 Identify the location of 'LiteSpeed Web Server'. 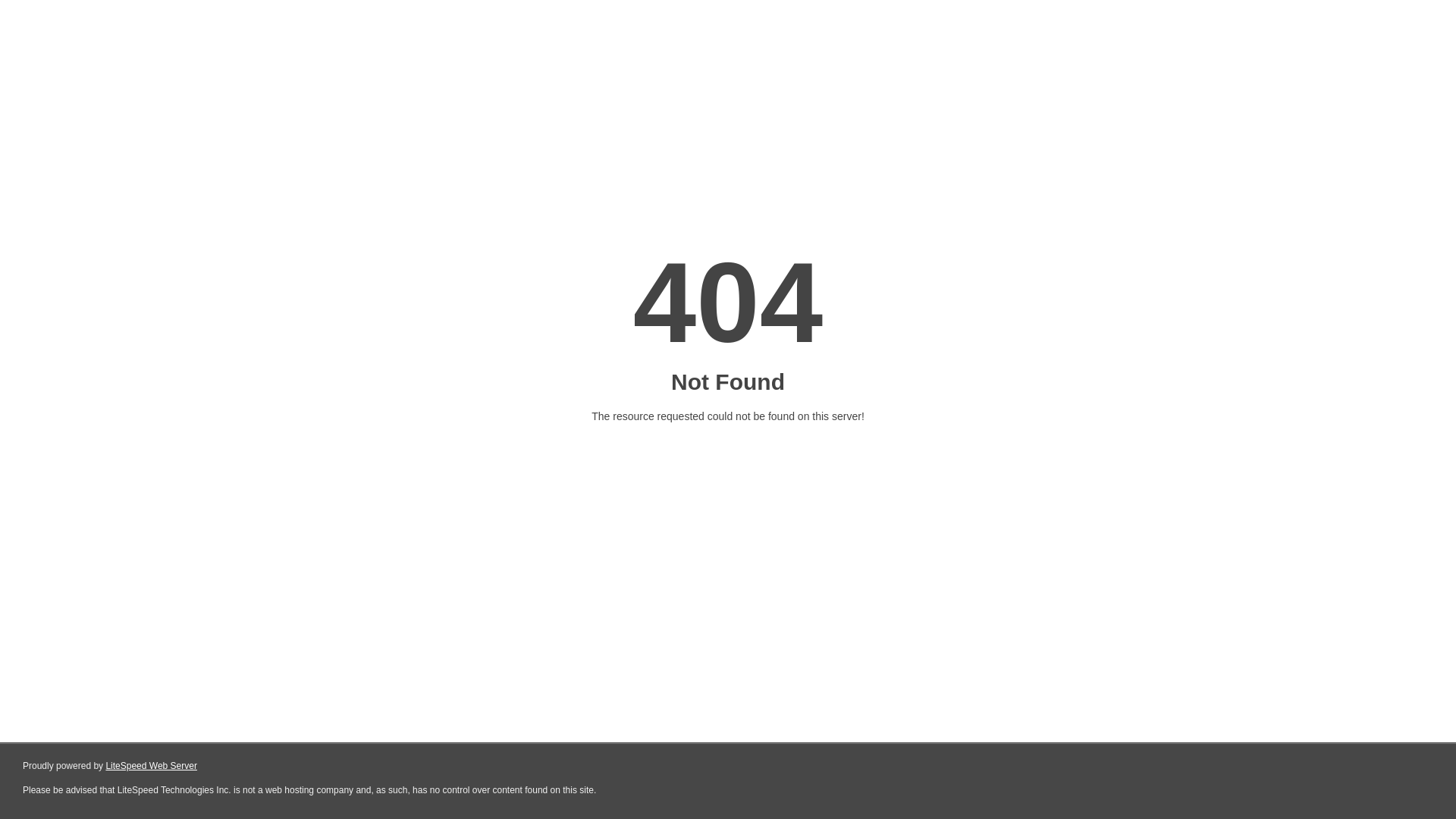
(151, 766).